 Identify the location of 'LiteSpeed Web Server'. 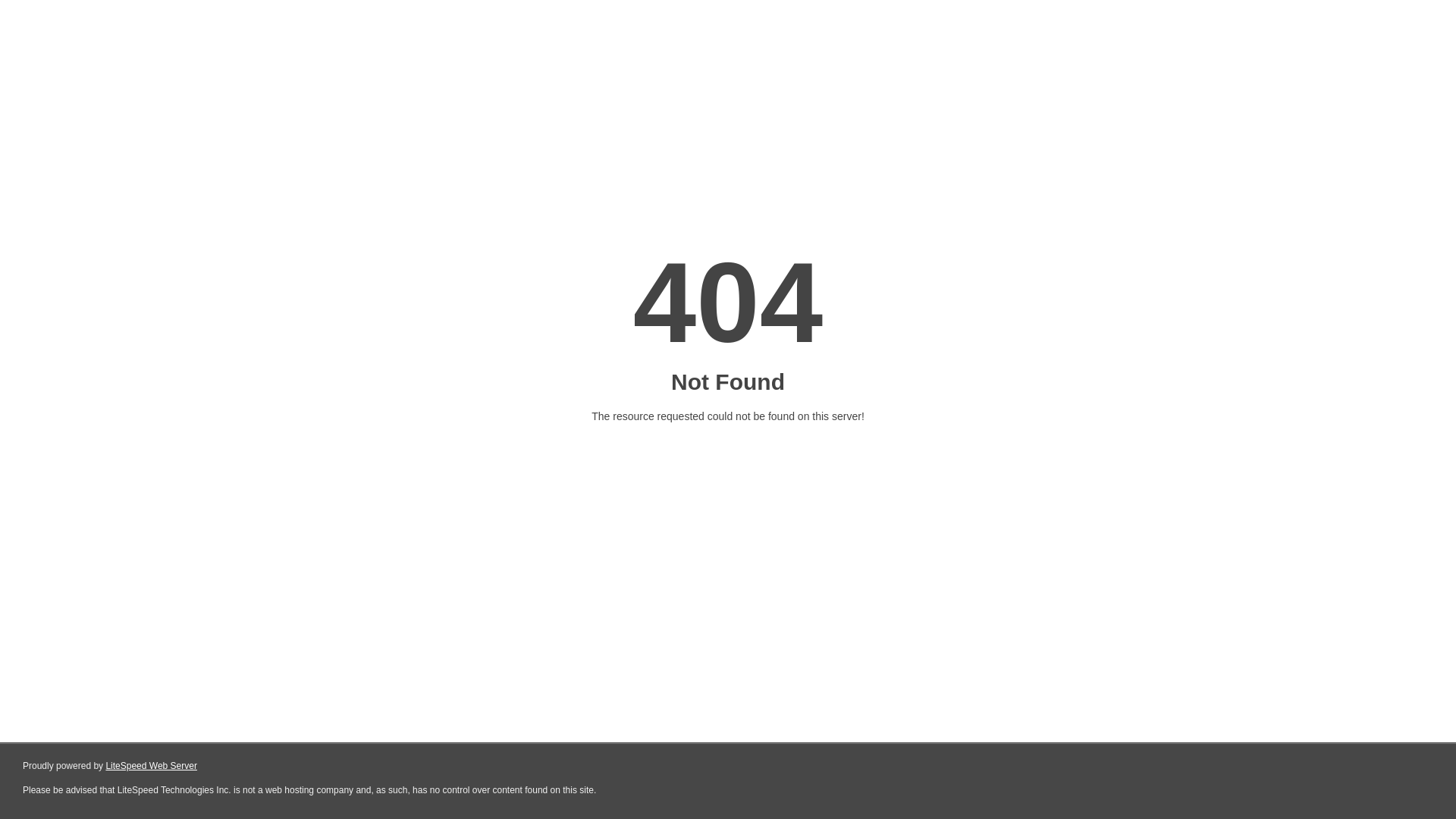
(151, 766).